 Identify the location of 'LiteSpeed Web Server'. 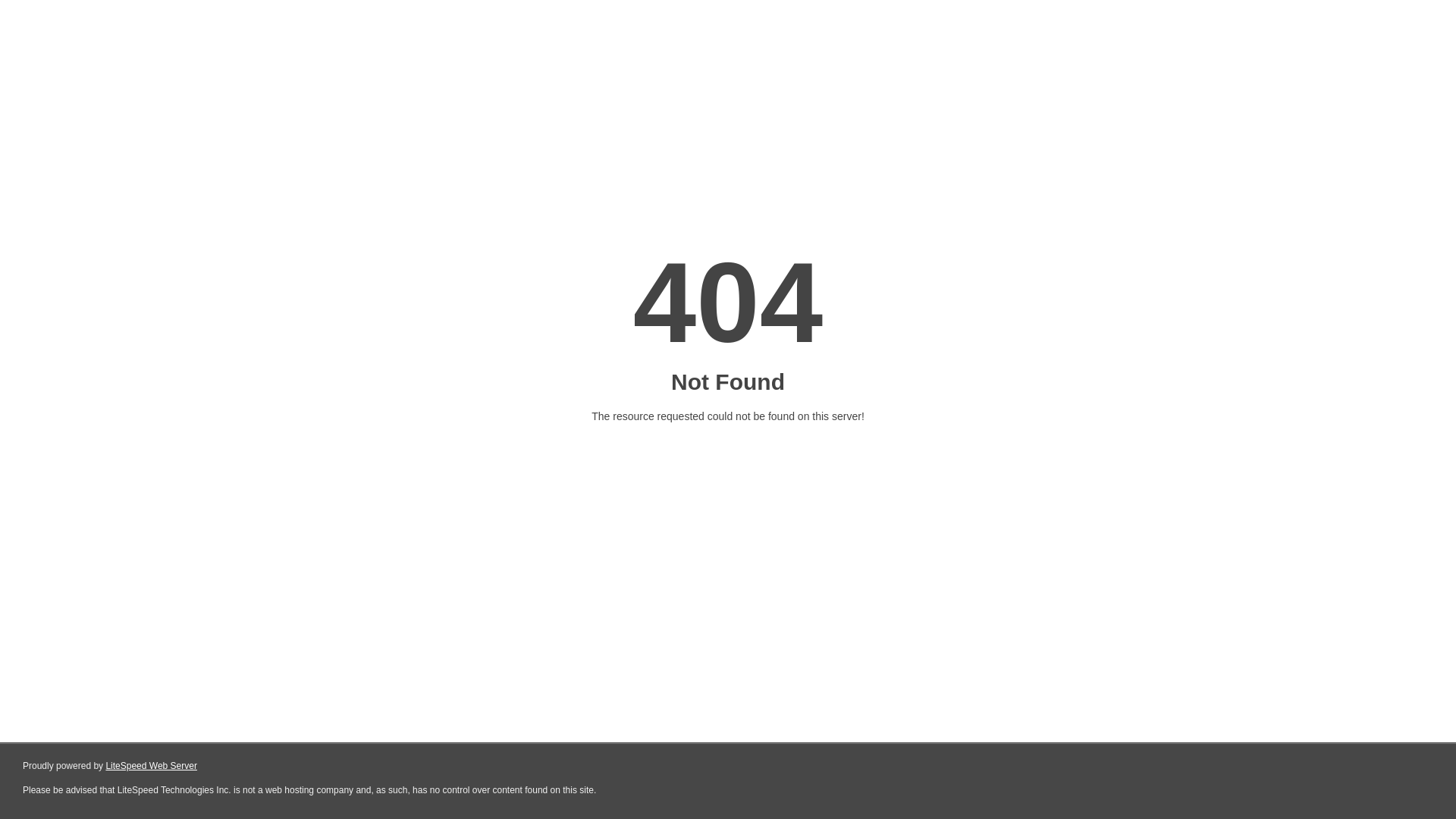
(151, 766).